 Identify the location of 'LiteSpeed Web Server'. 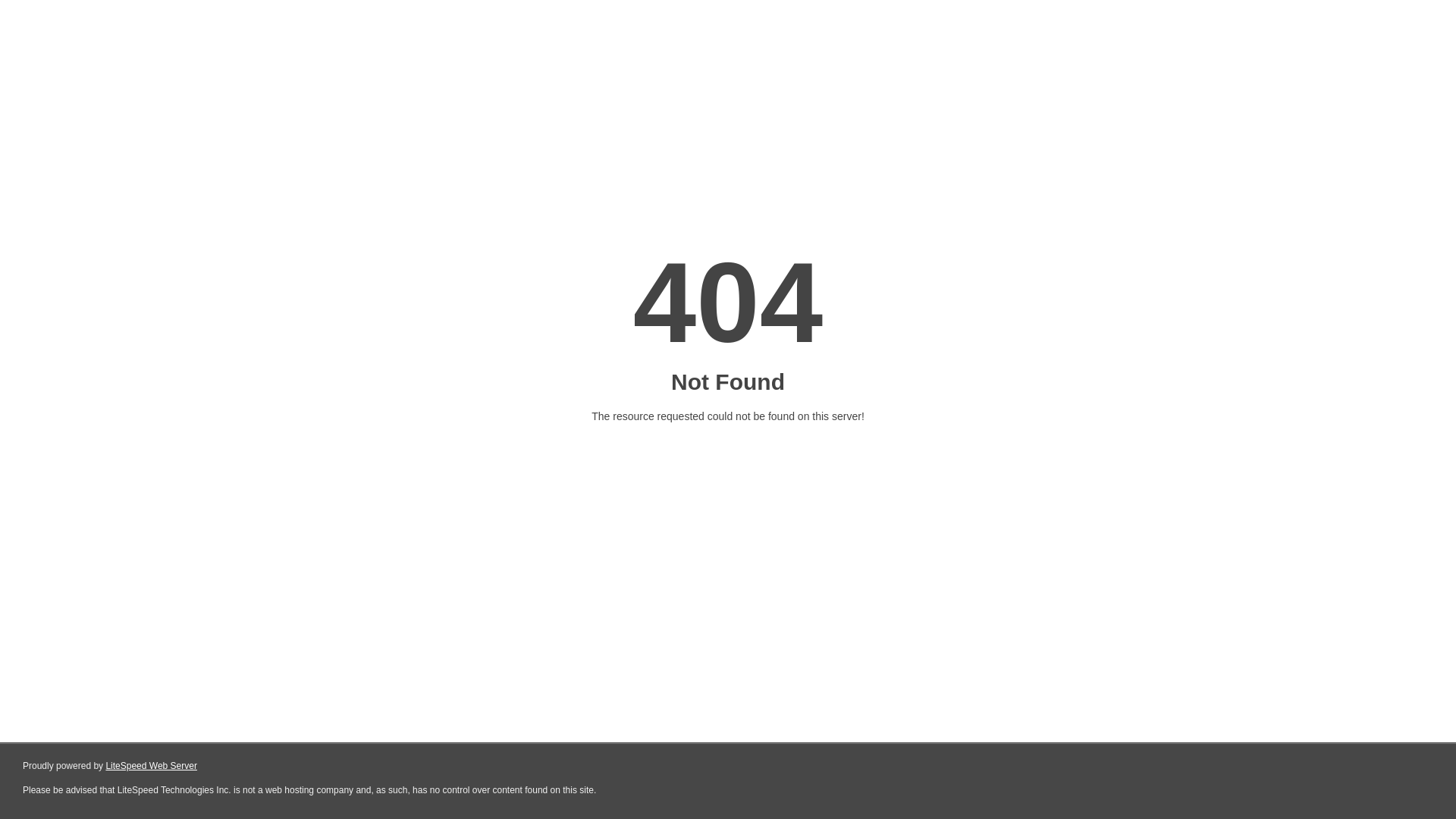
(151, 766).